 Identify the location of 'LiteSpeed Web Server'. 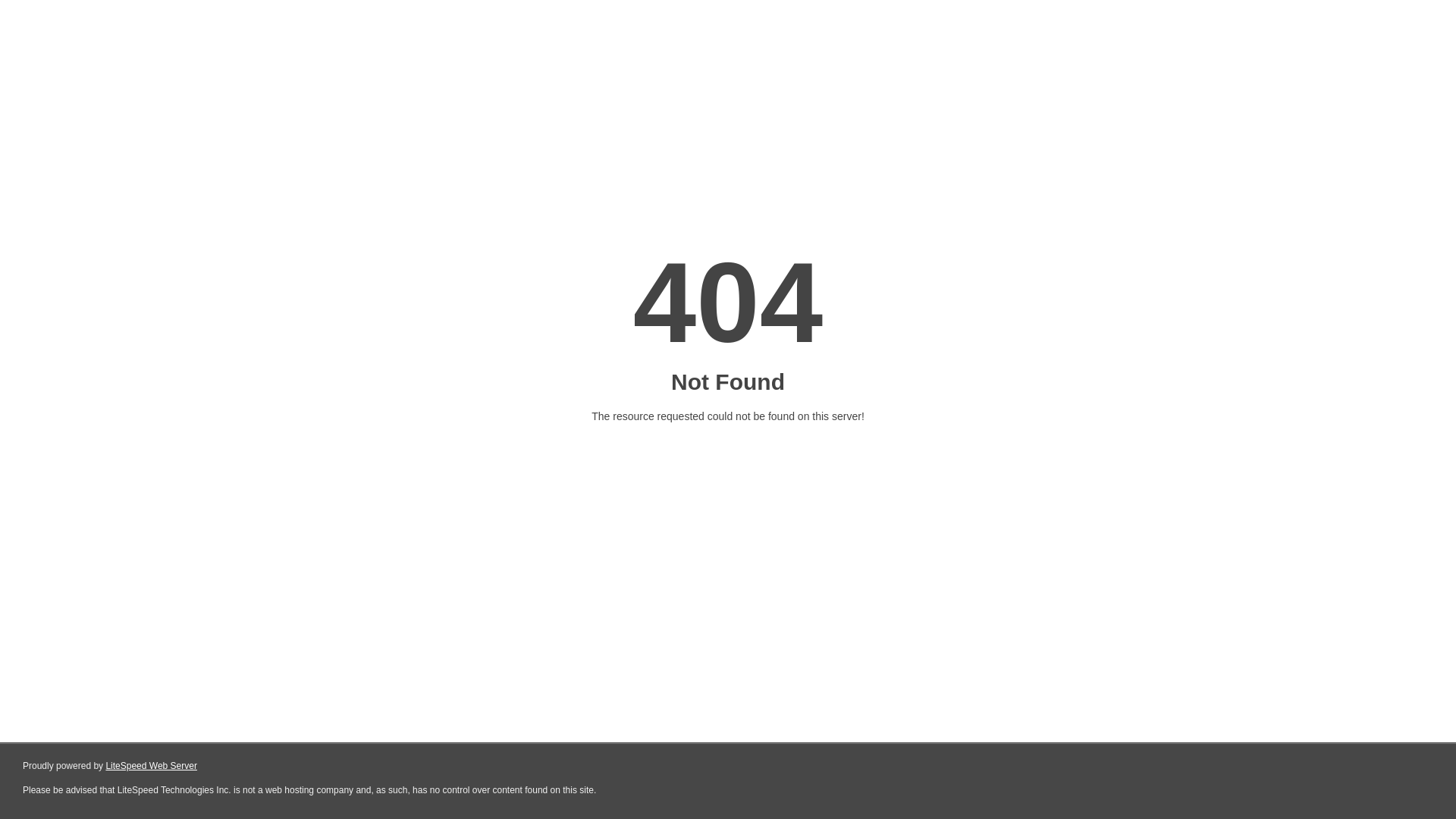
(151, 766).